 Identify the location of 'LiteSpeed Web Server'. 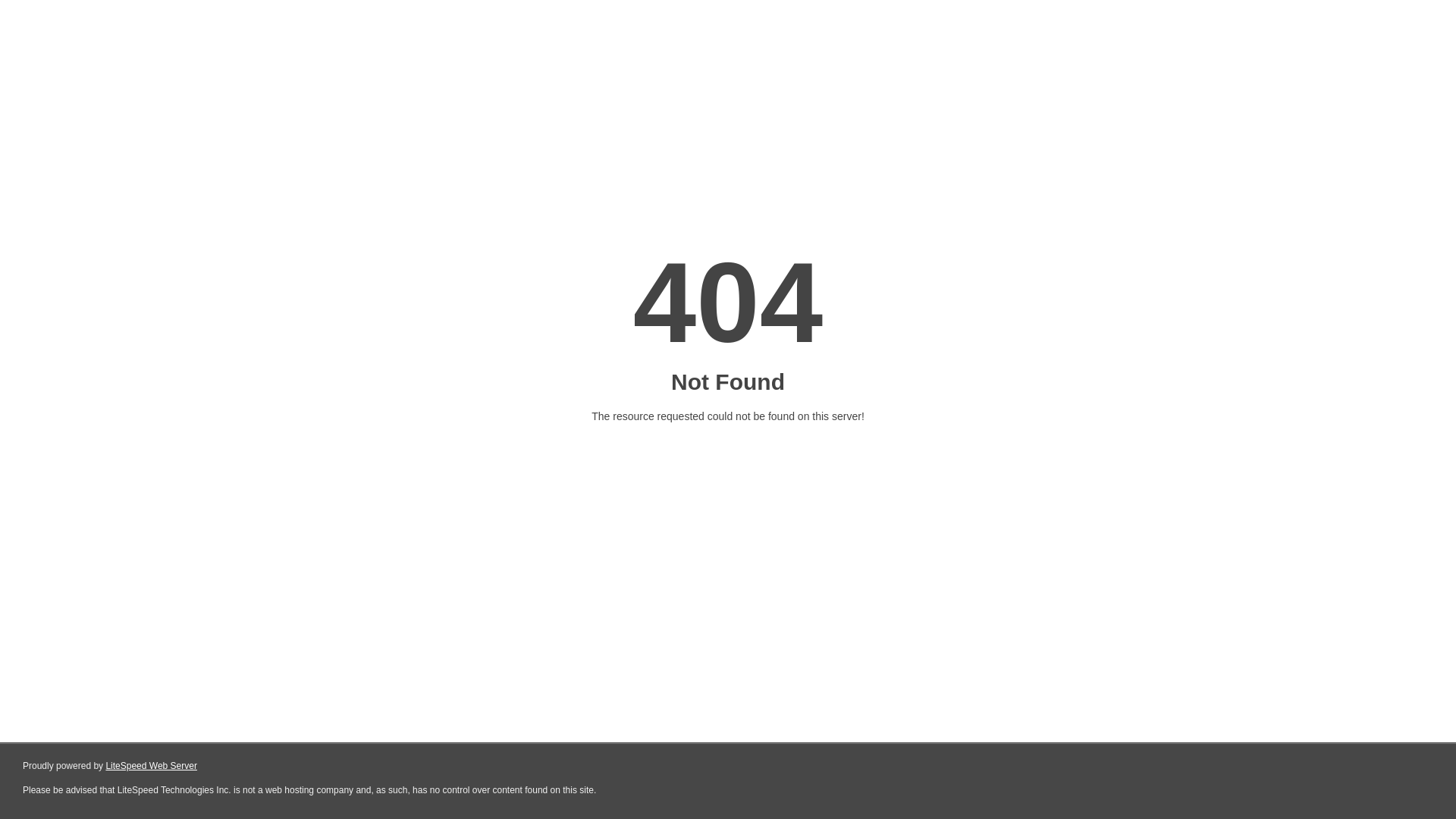
(151, 766).